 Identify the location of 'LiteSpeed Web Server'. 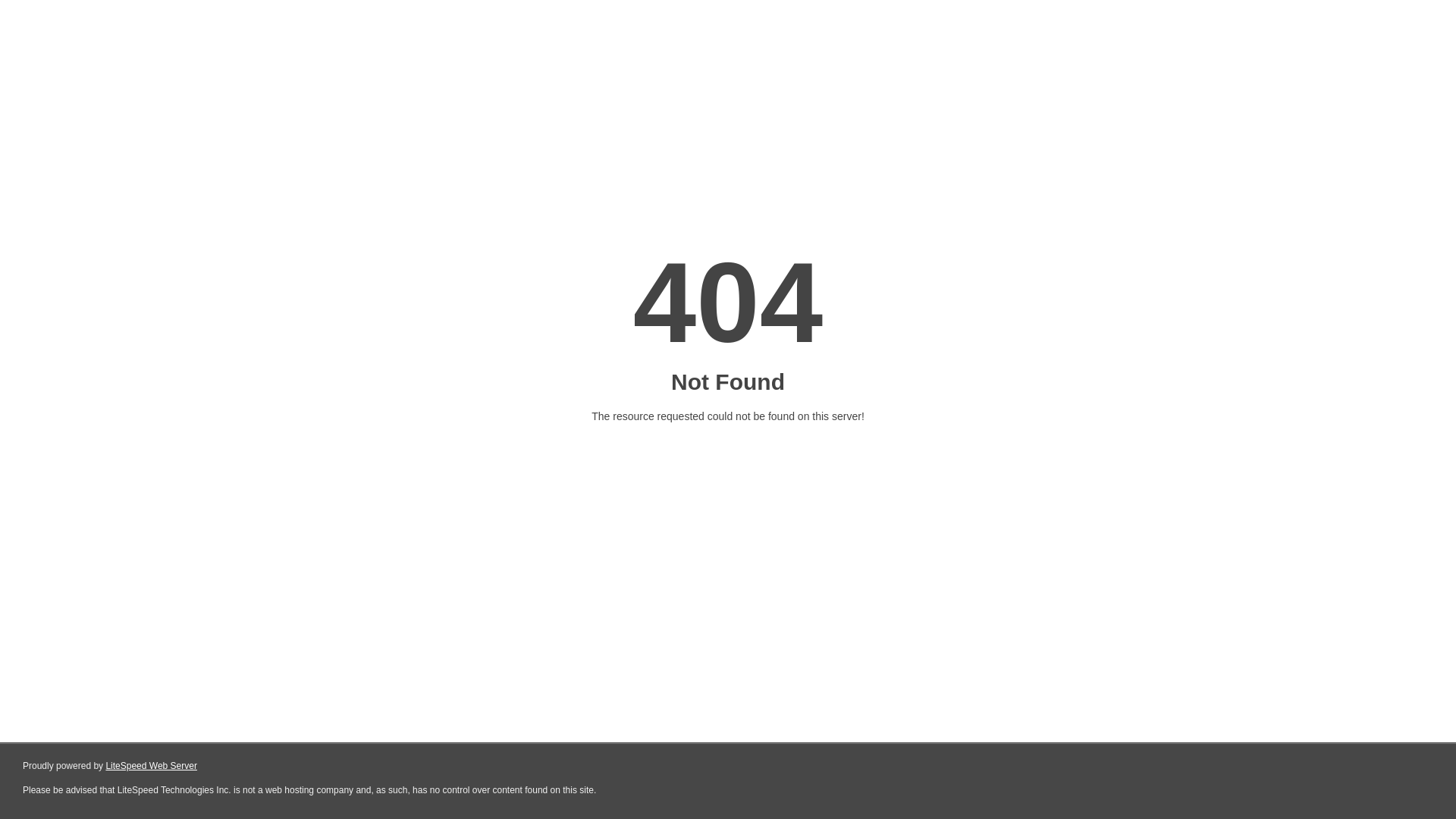
(151, 766).